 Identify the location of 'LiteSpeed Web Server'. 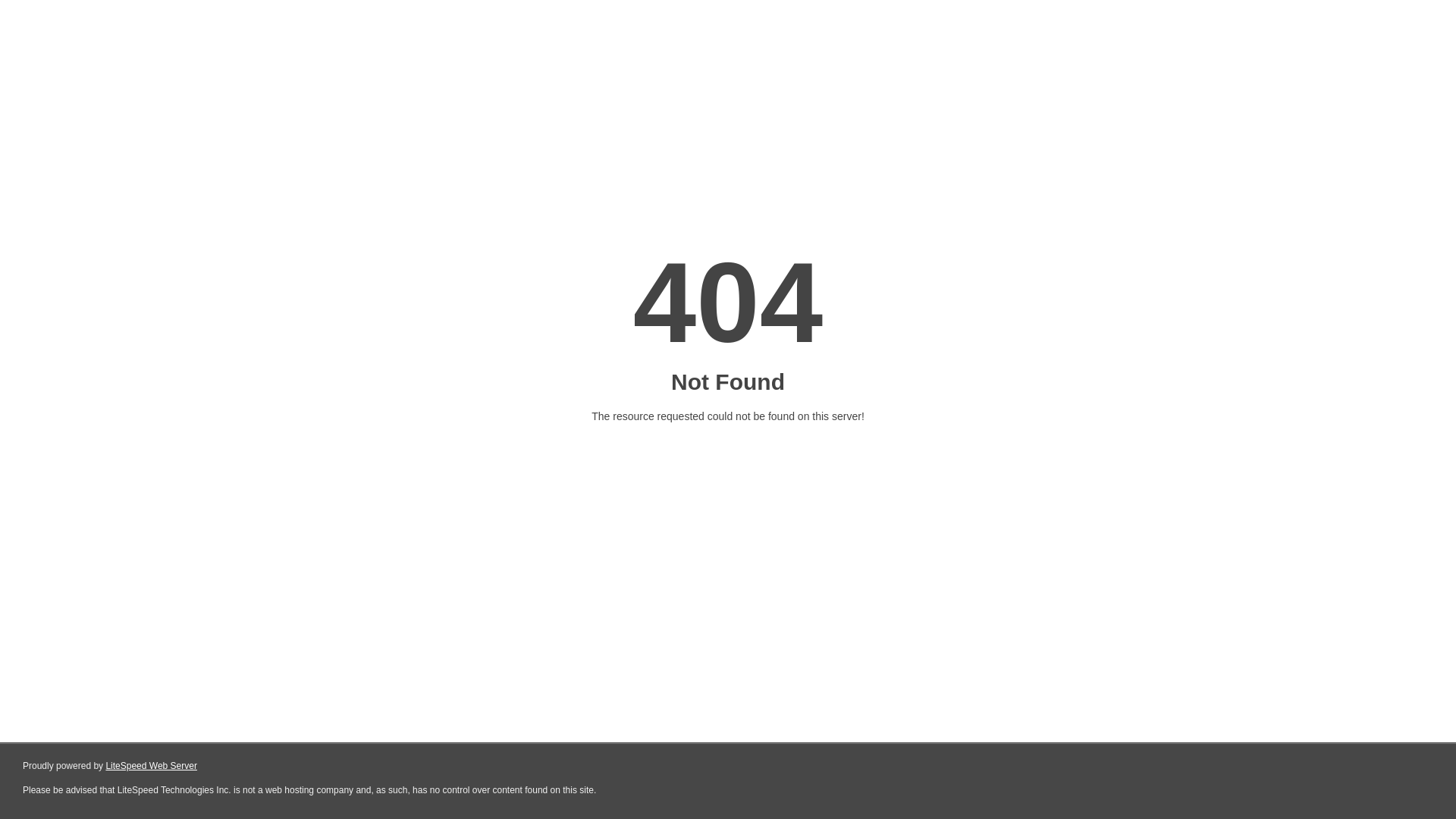
(151, 766).